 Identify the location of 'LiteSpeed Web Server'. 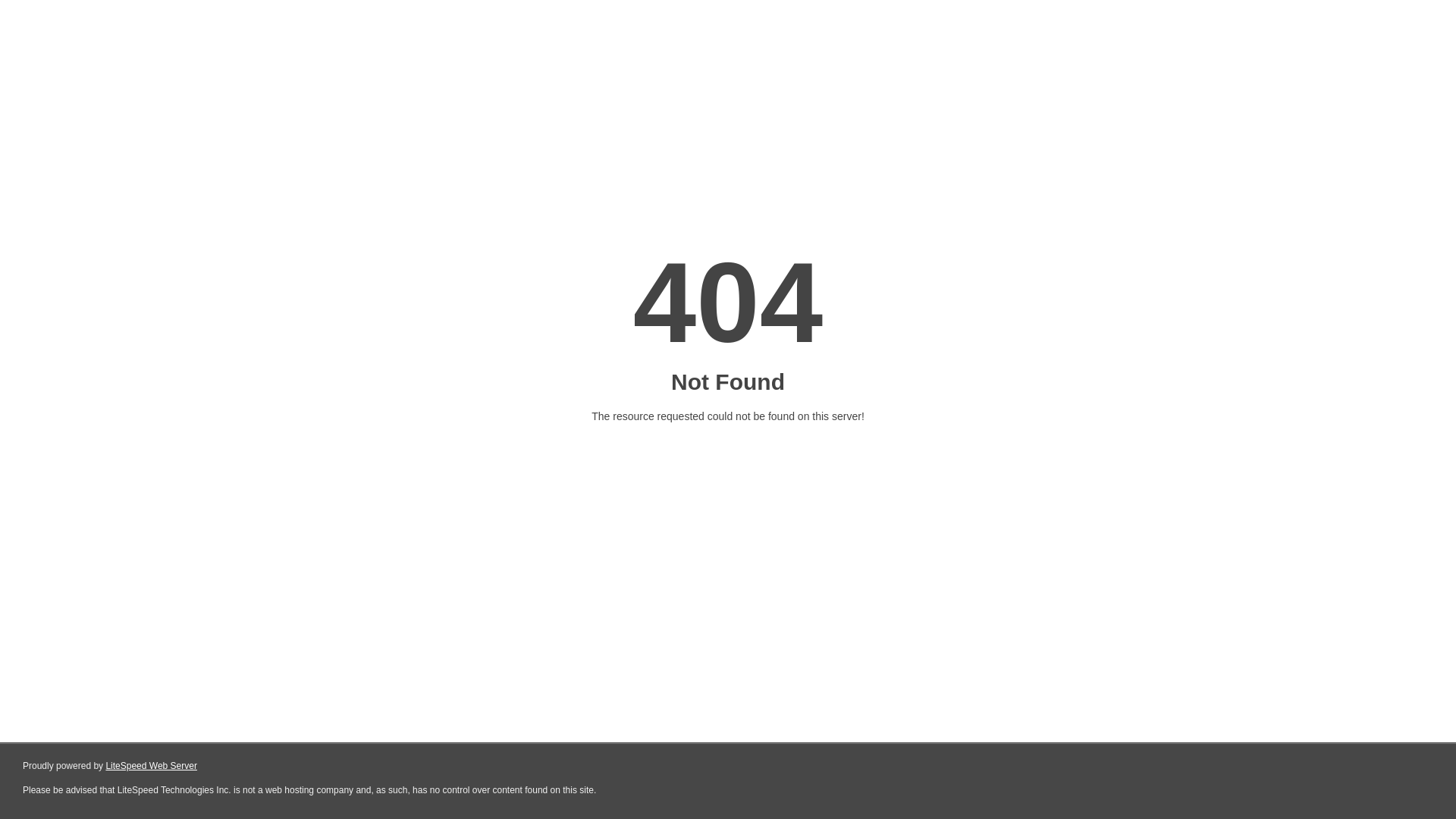
(151, 766).